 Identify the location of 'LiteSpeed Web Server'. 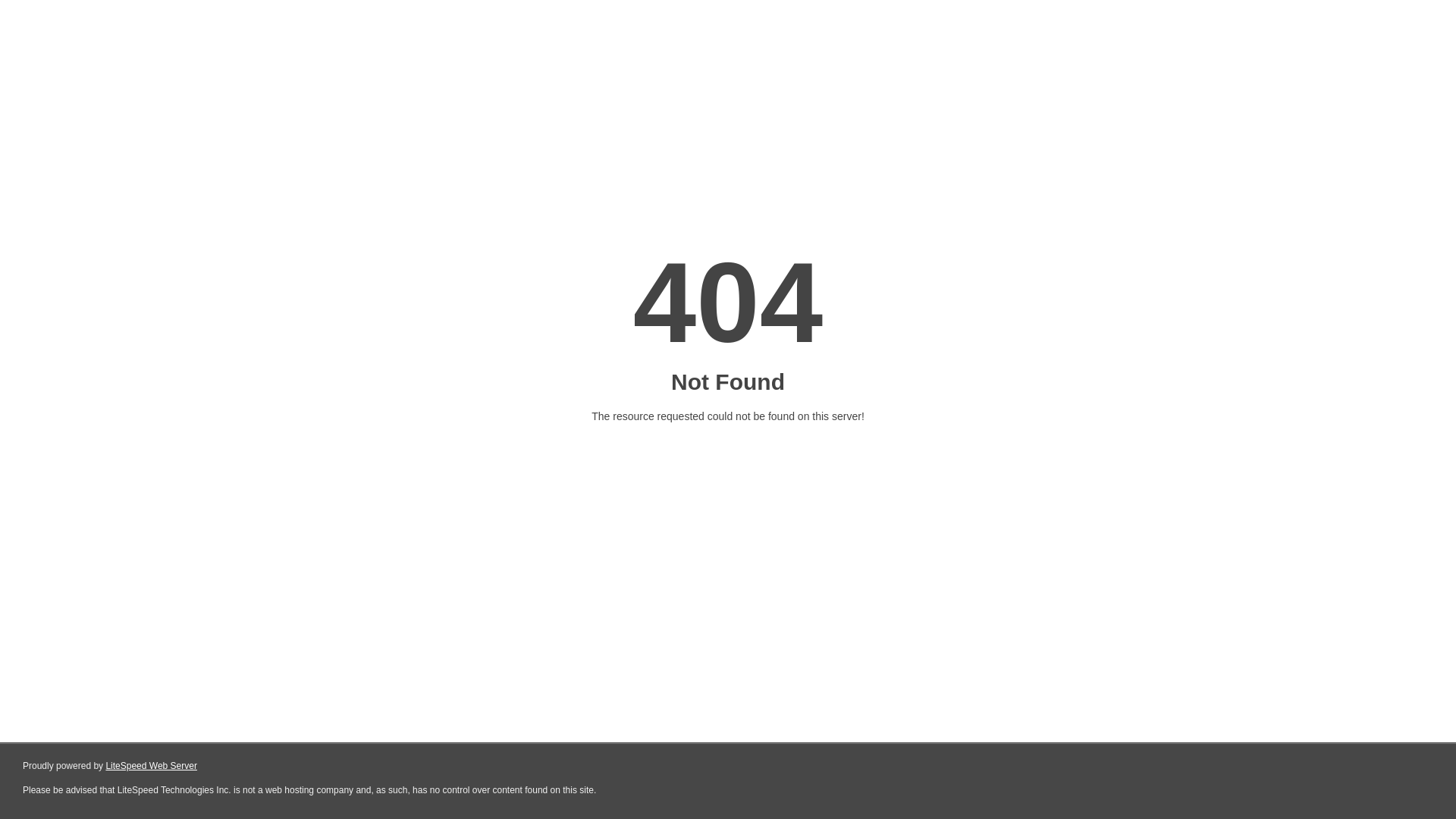
(151, 766).